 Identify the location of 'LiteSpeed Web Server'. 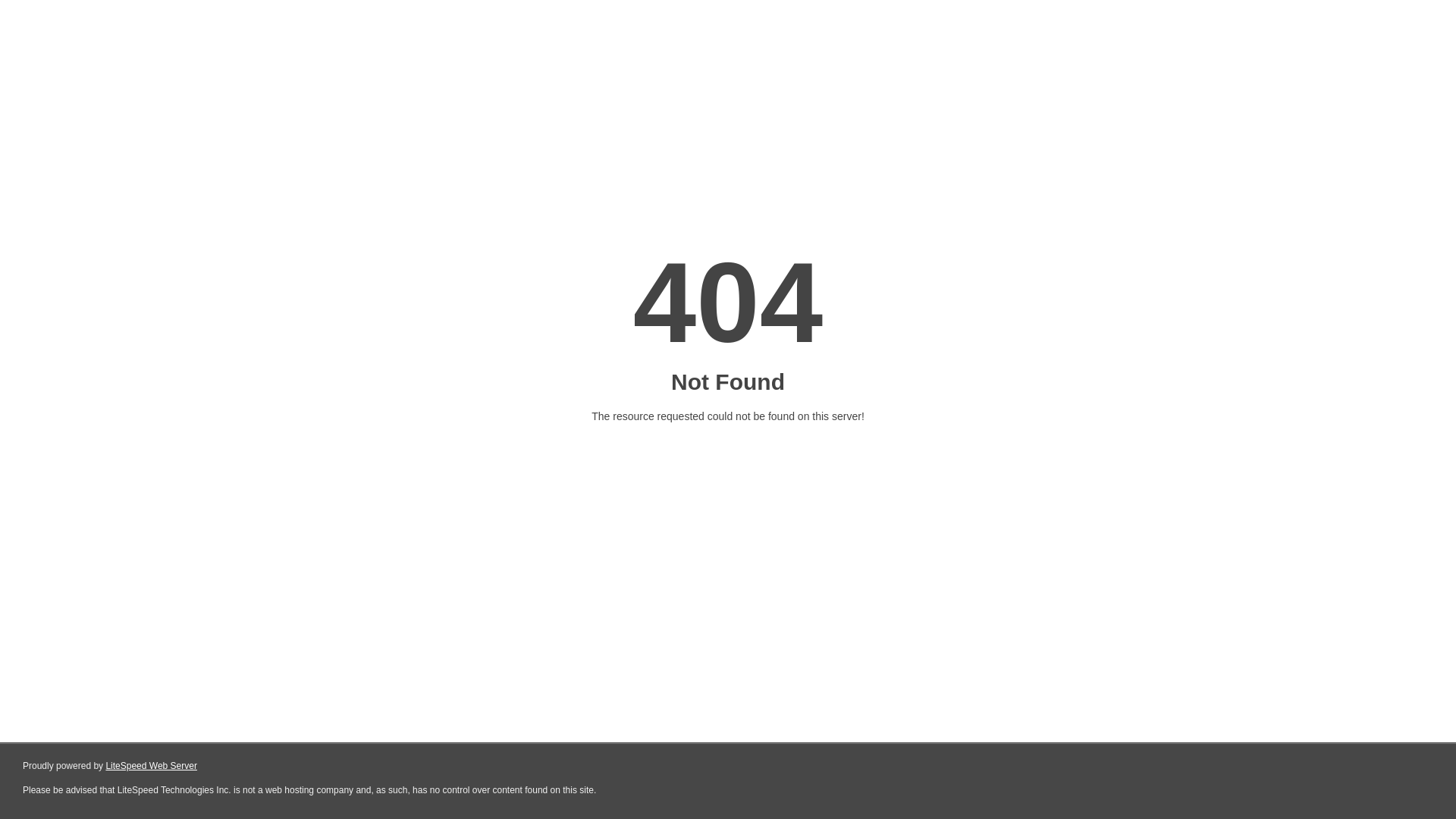
(151, 766).